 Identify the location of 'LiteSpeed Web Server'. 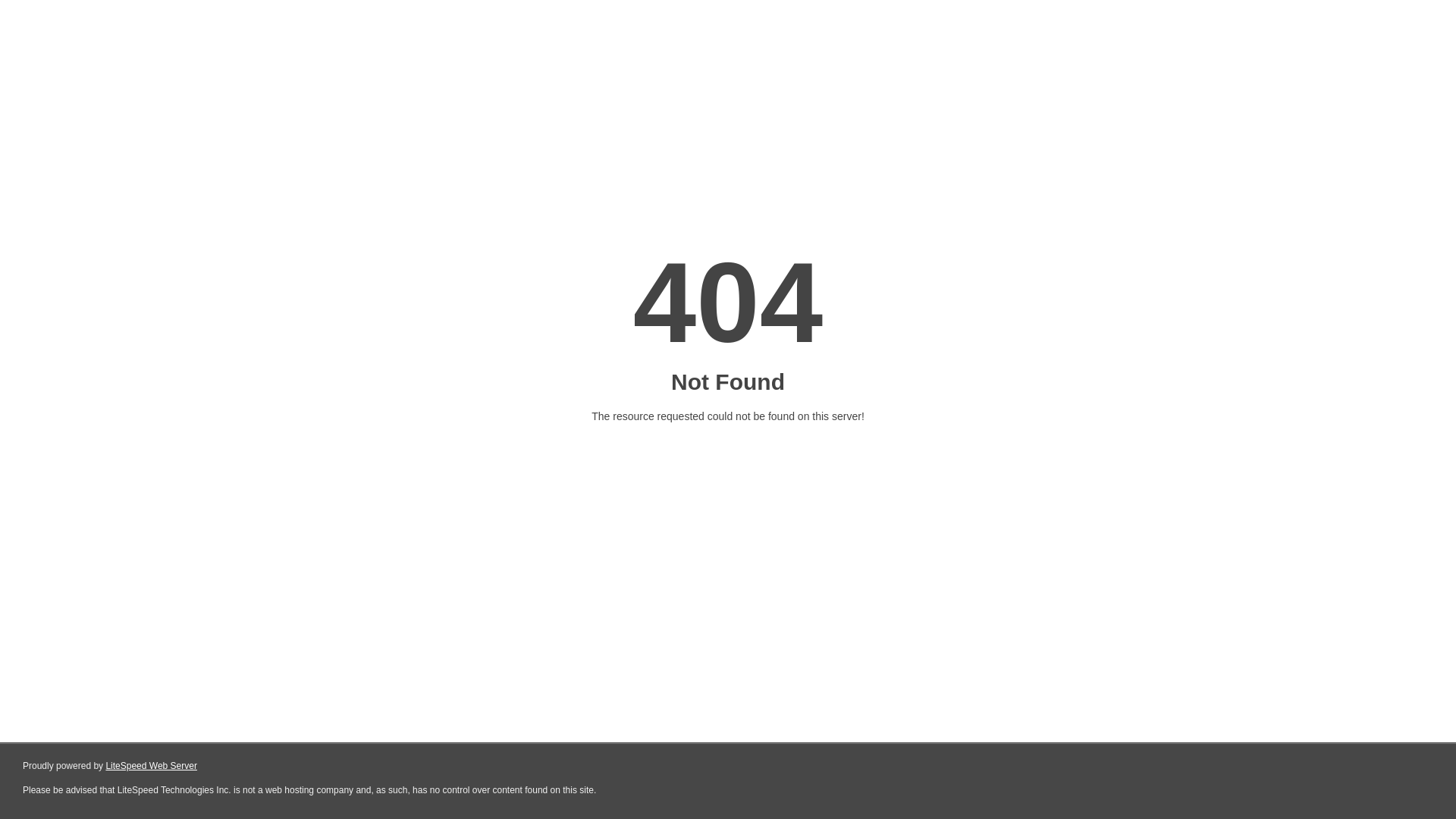
(151, 766).